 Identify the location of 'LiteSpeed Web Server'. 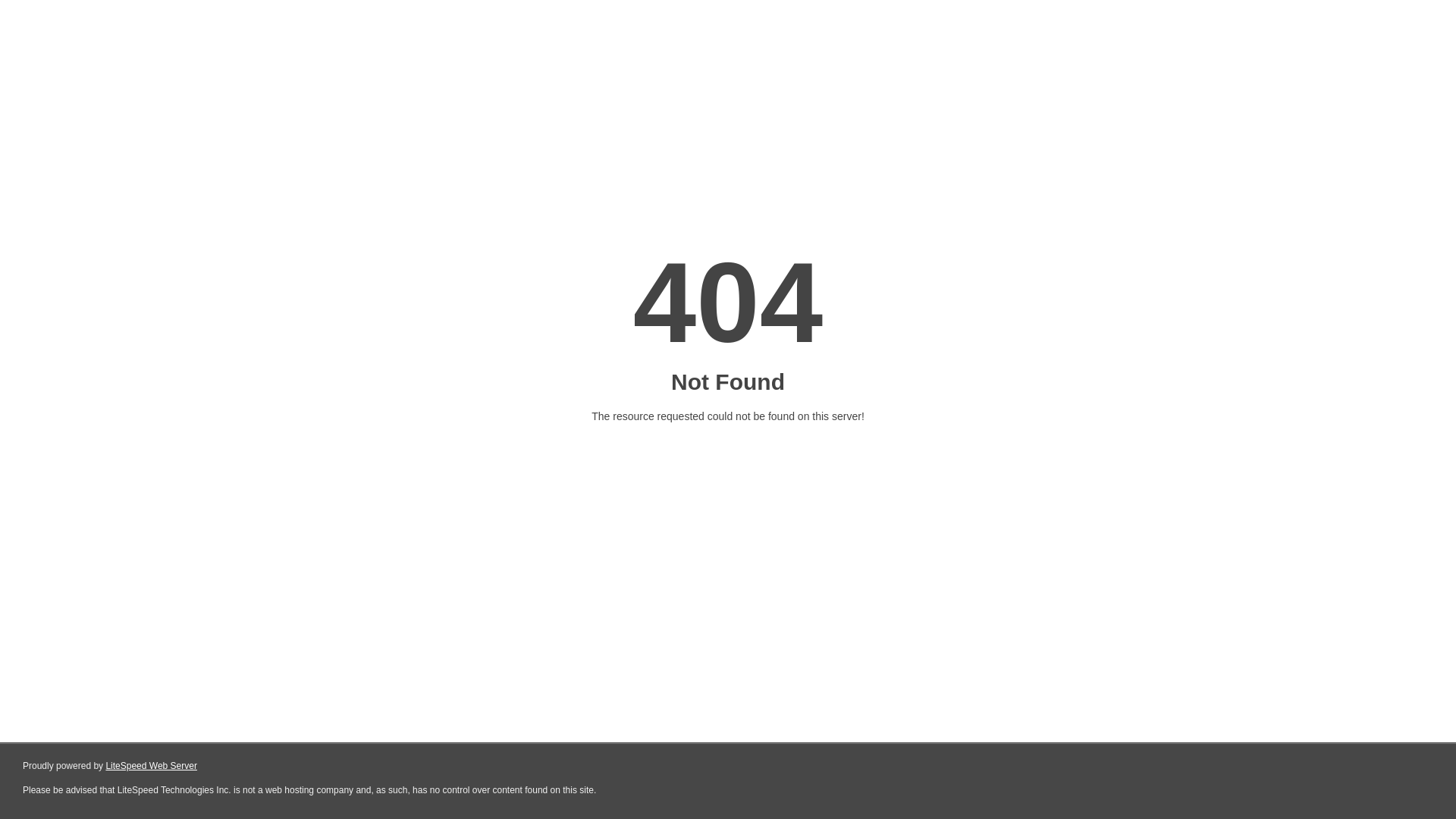
(151, 766).